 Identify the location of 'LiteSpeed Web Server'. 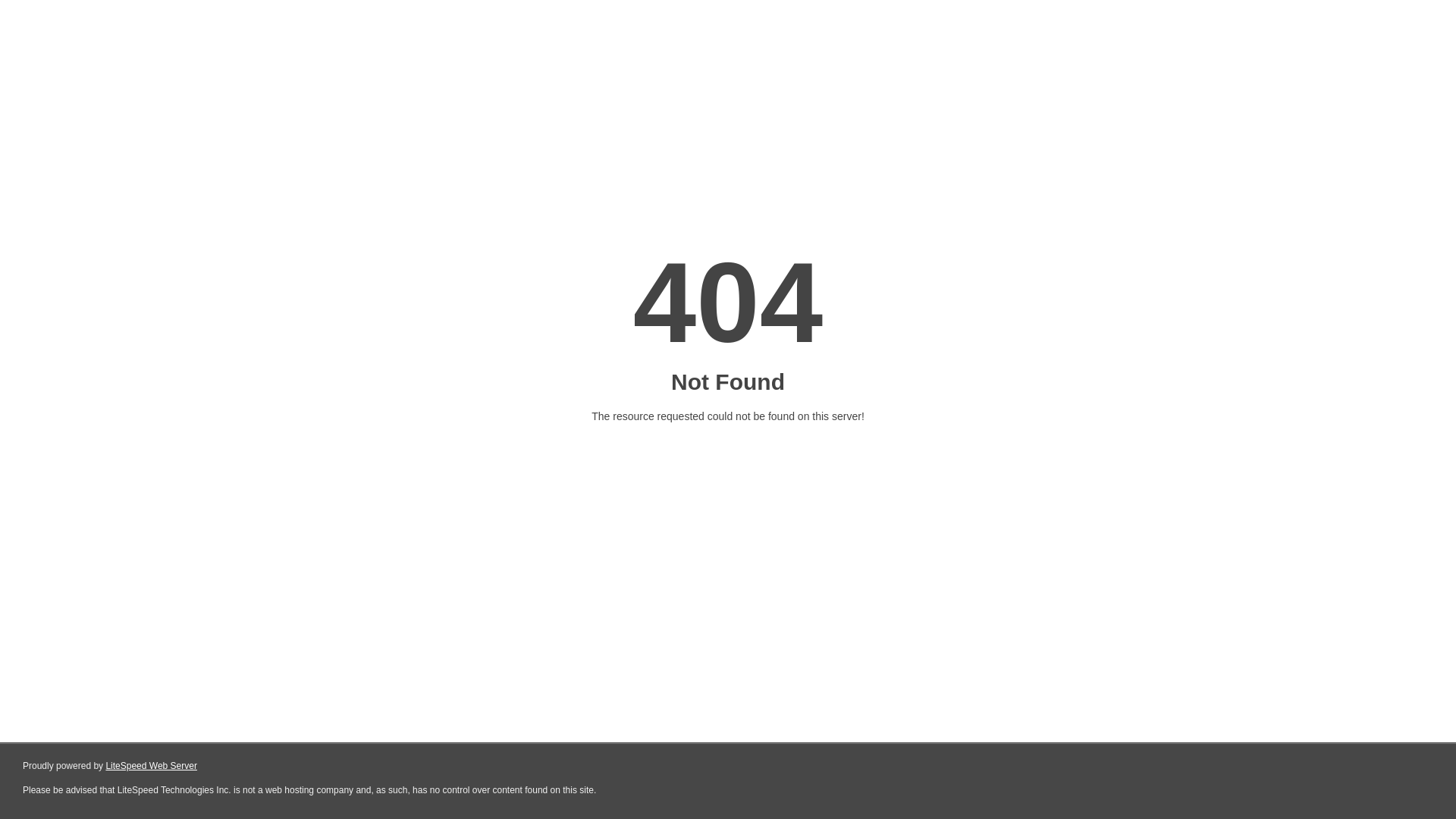
(151, 766).